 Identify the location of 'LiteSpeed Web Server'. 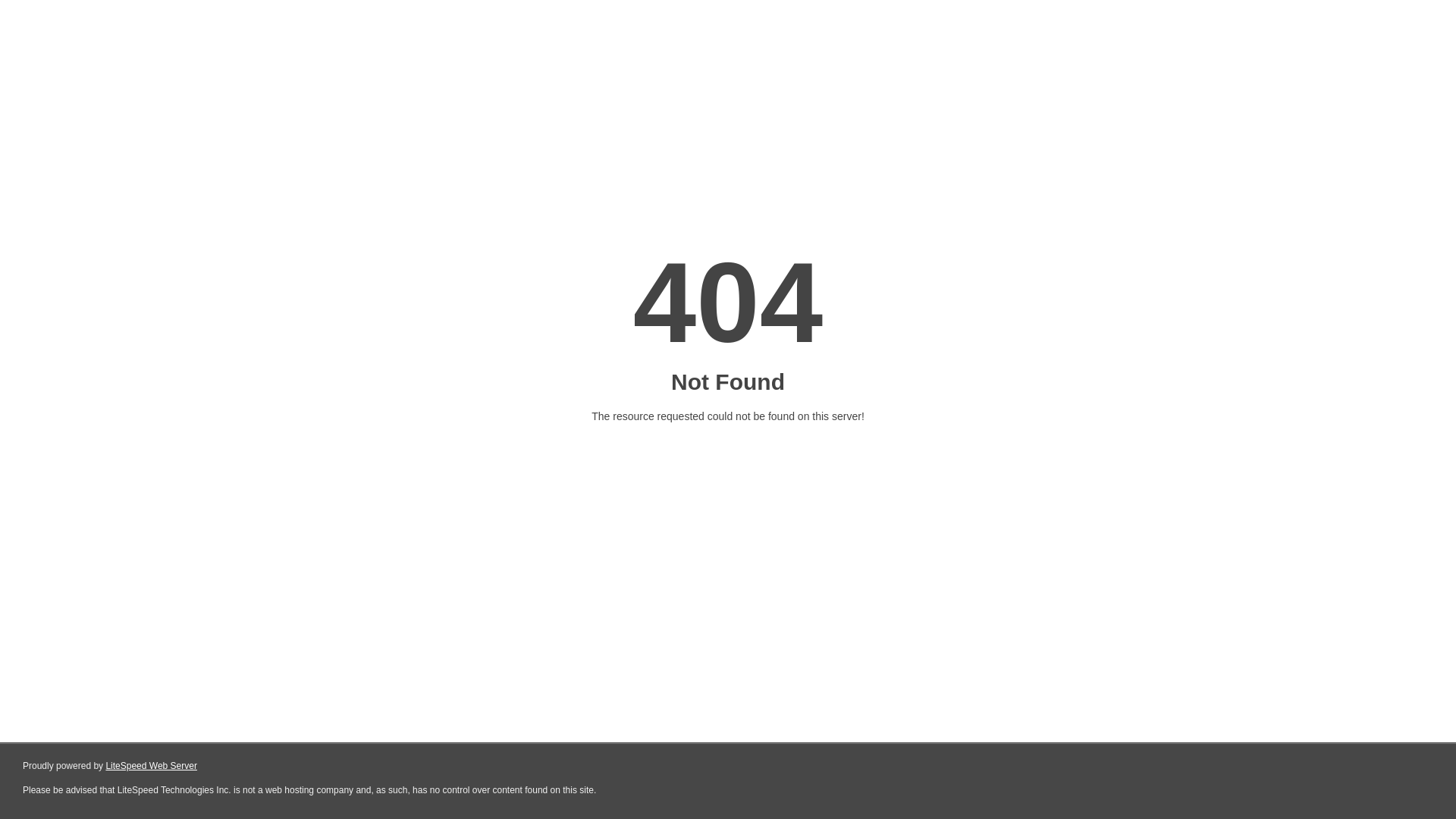
(151, 766).